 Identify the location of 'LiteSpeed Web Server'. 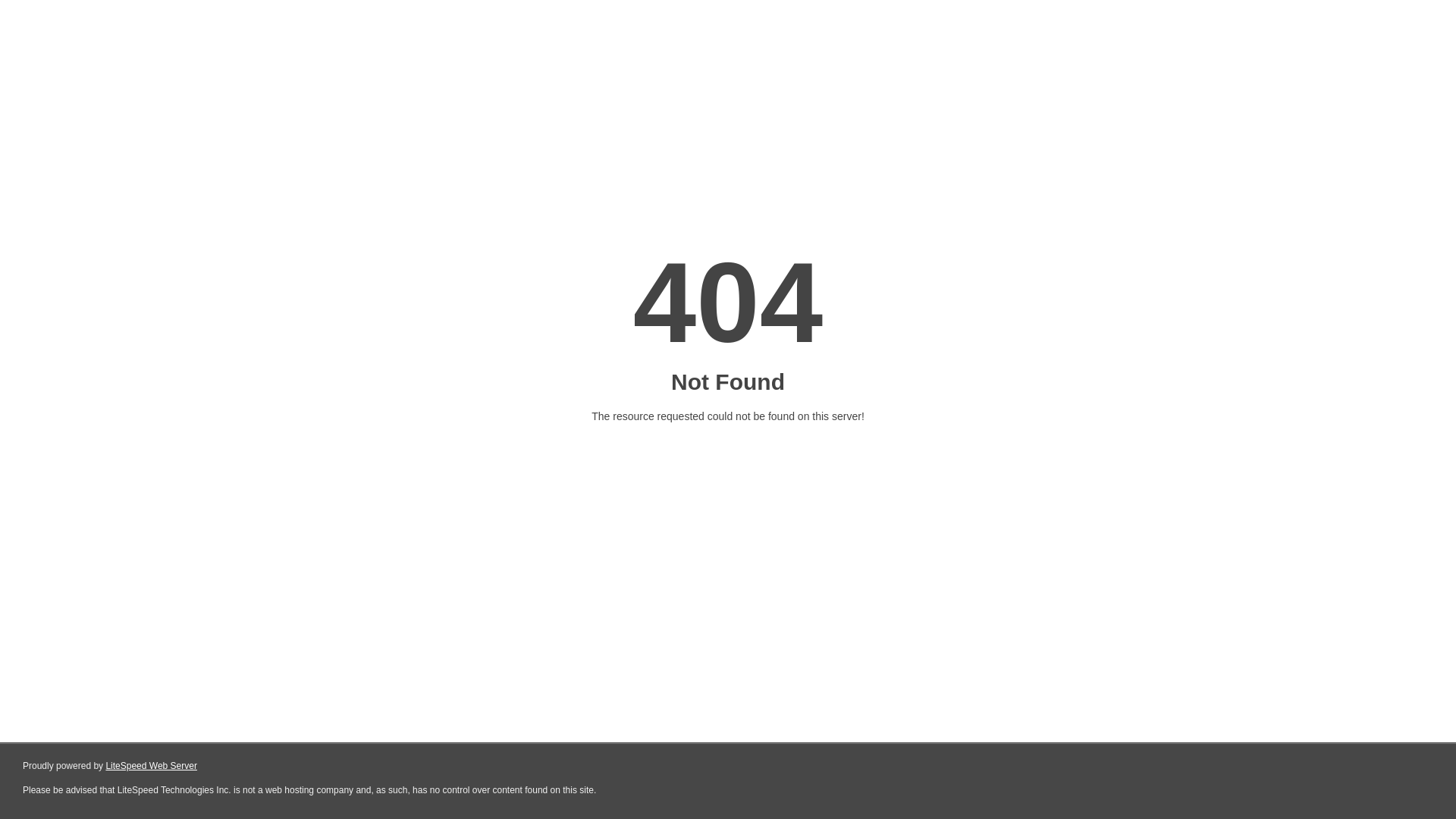
(151, 766).